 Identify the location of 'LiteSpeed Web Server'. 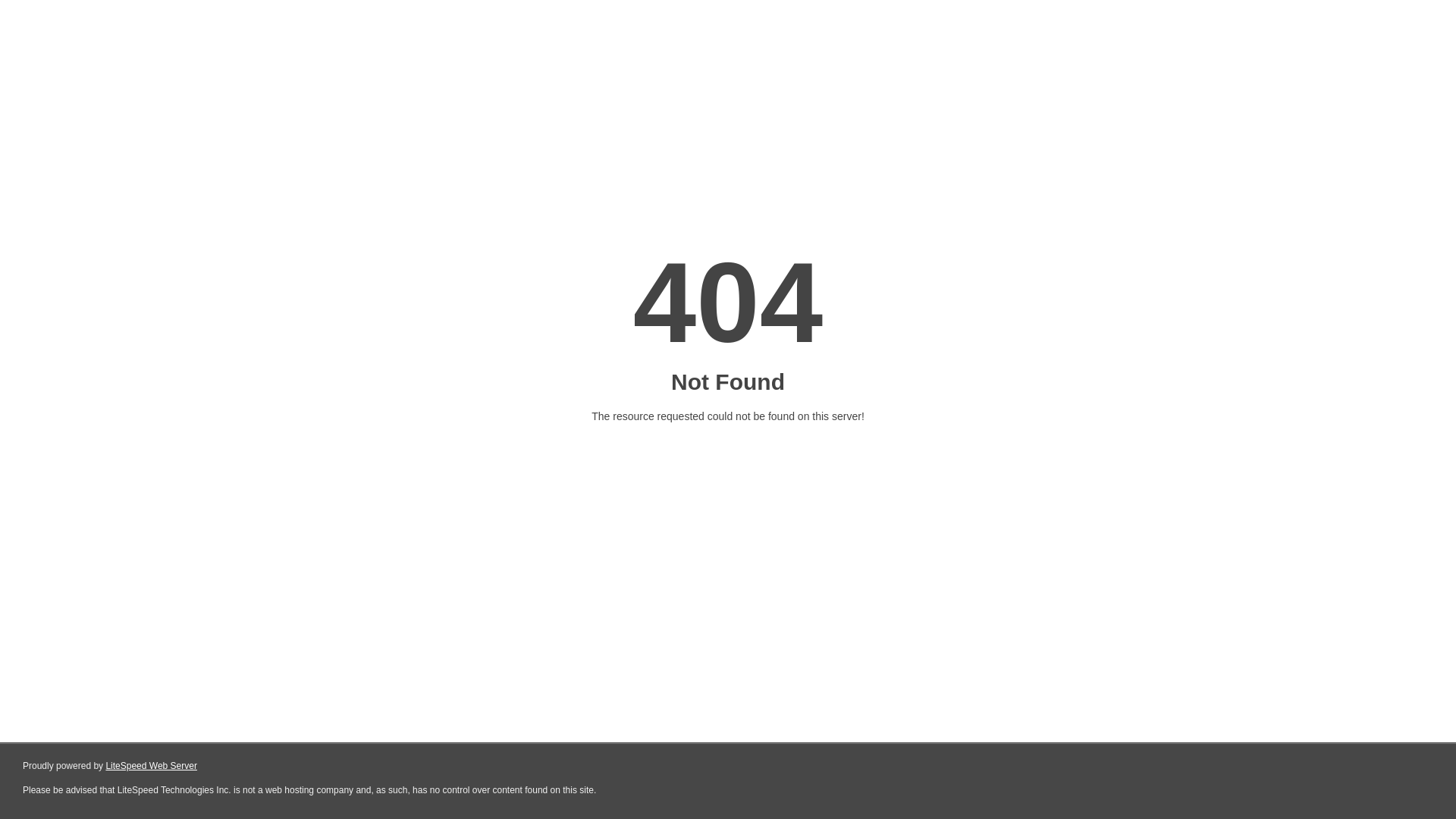
(151, 766).